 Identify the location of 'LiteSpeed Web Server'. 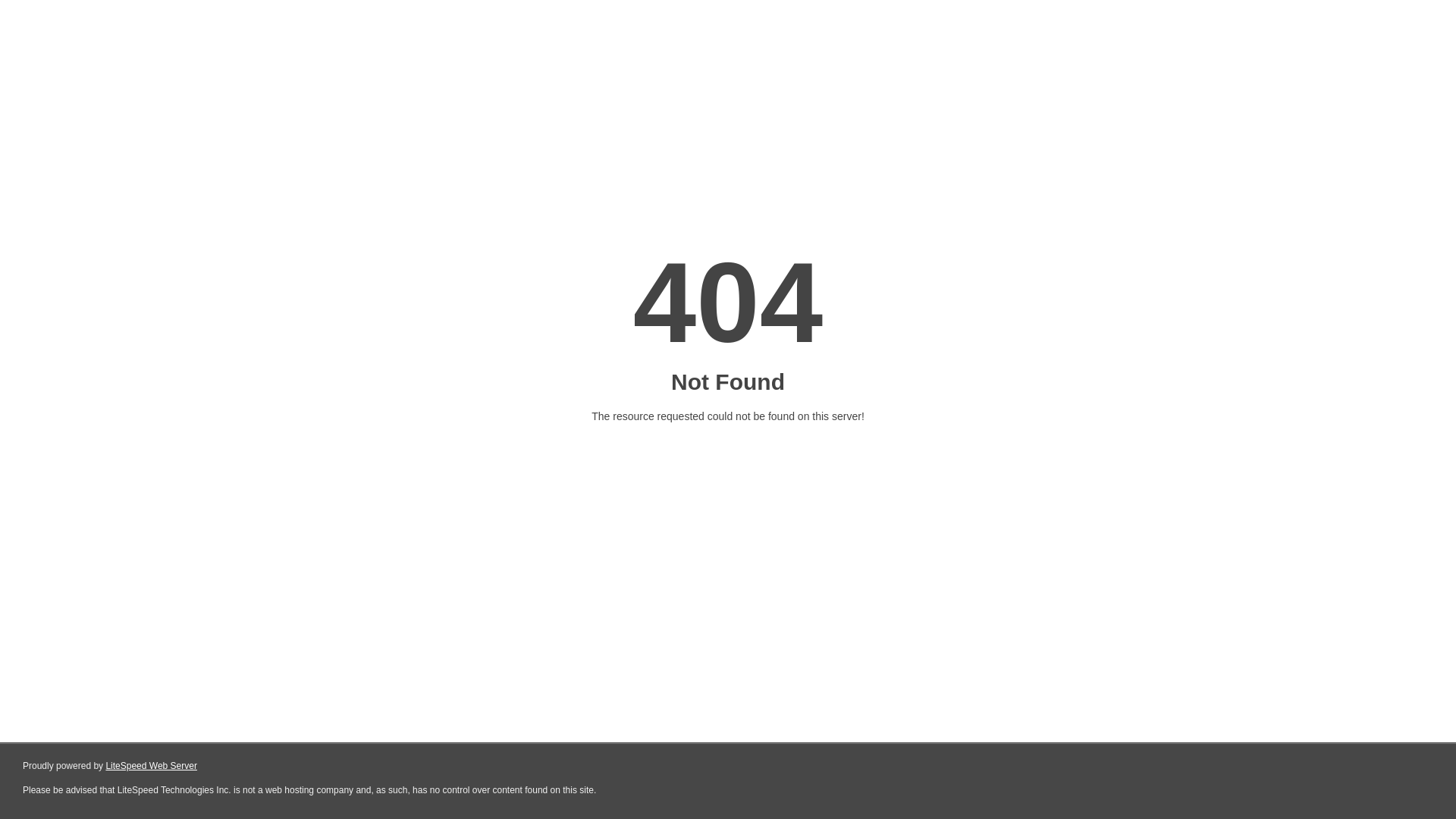
(151, 766).